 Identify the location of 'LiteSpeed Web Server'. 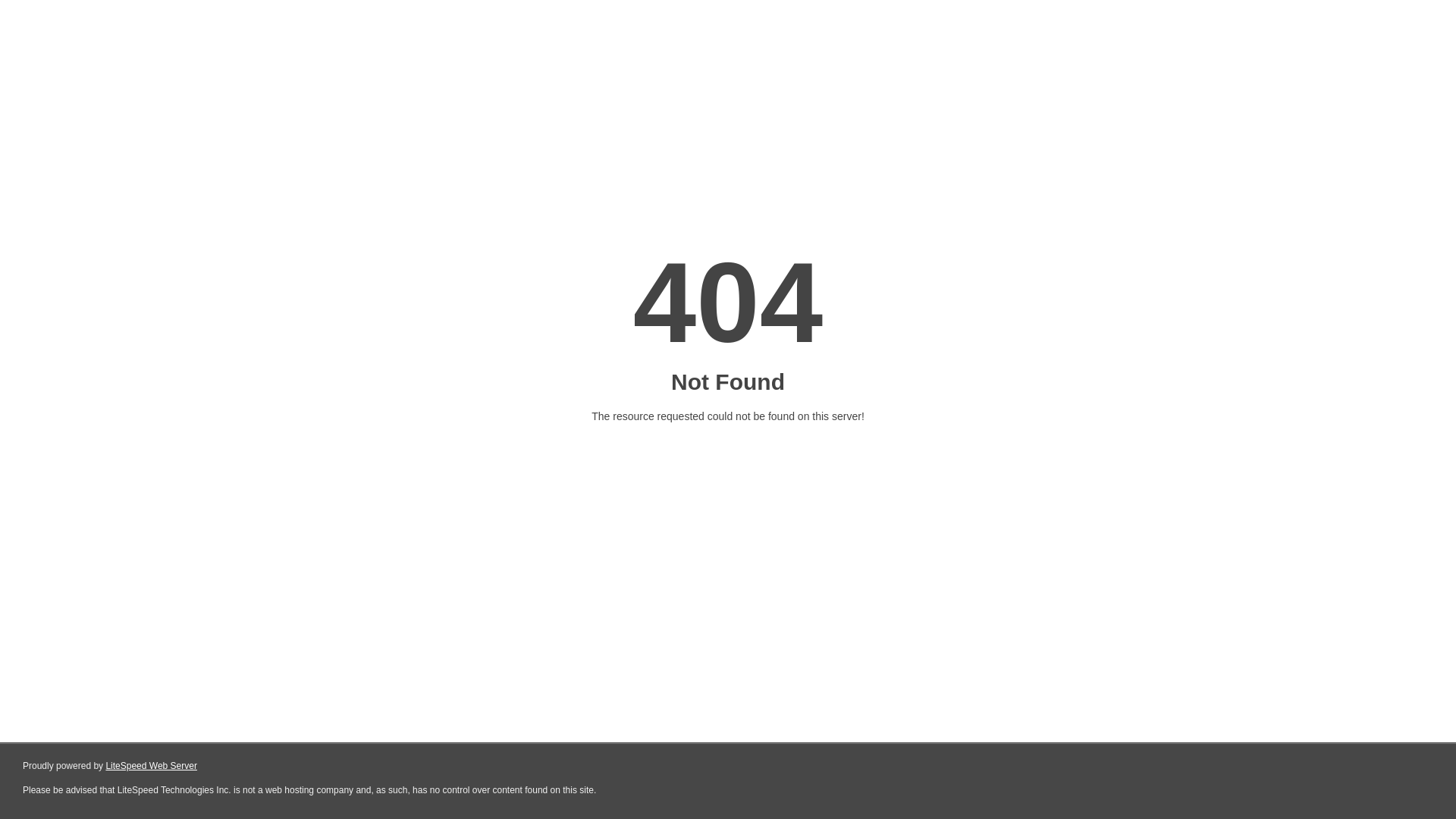
(151, 766).